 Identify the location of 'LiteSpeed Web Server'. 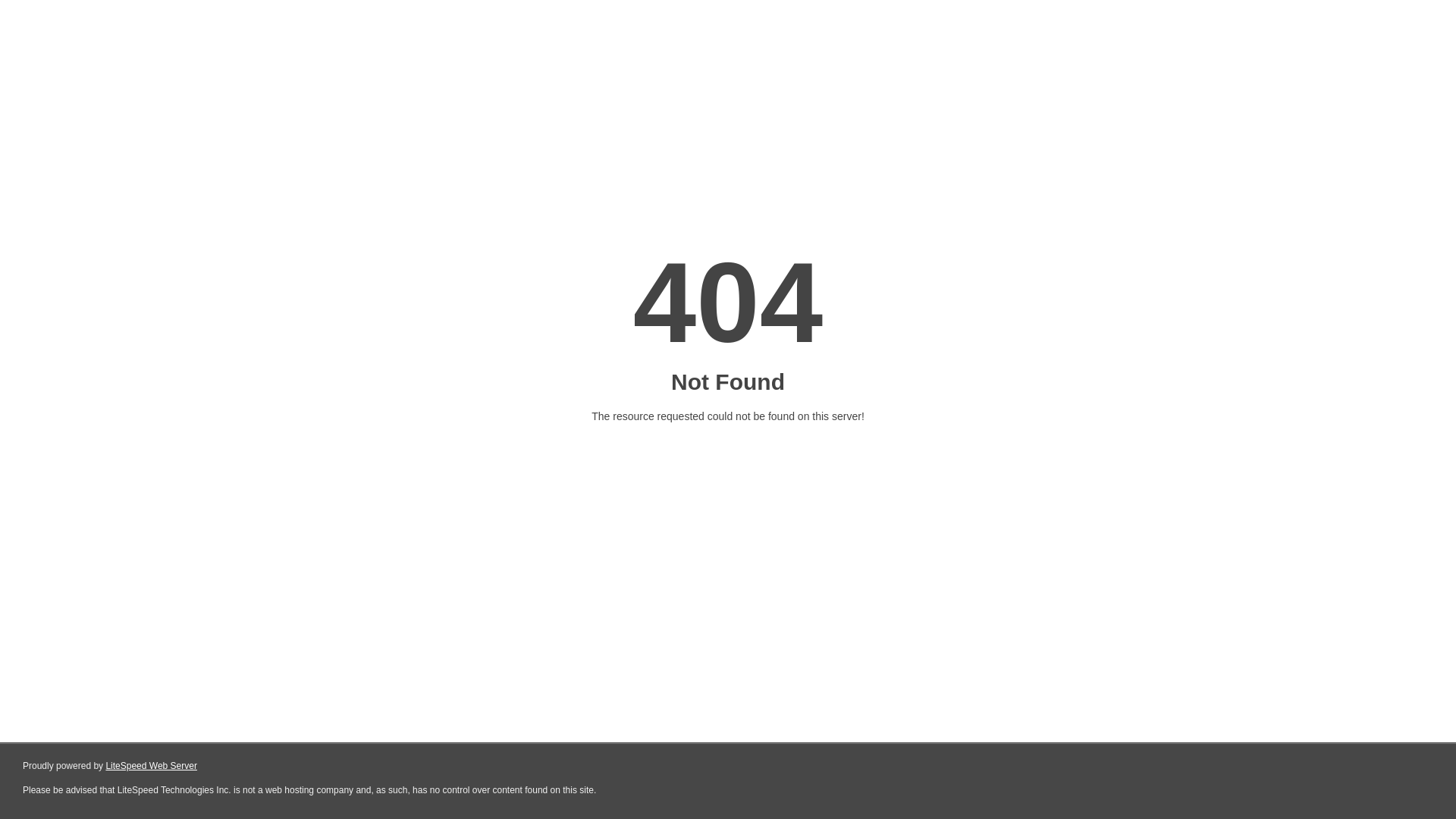
(151, 766).